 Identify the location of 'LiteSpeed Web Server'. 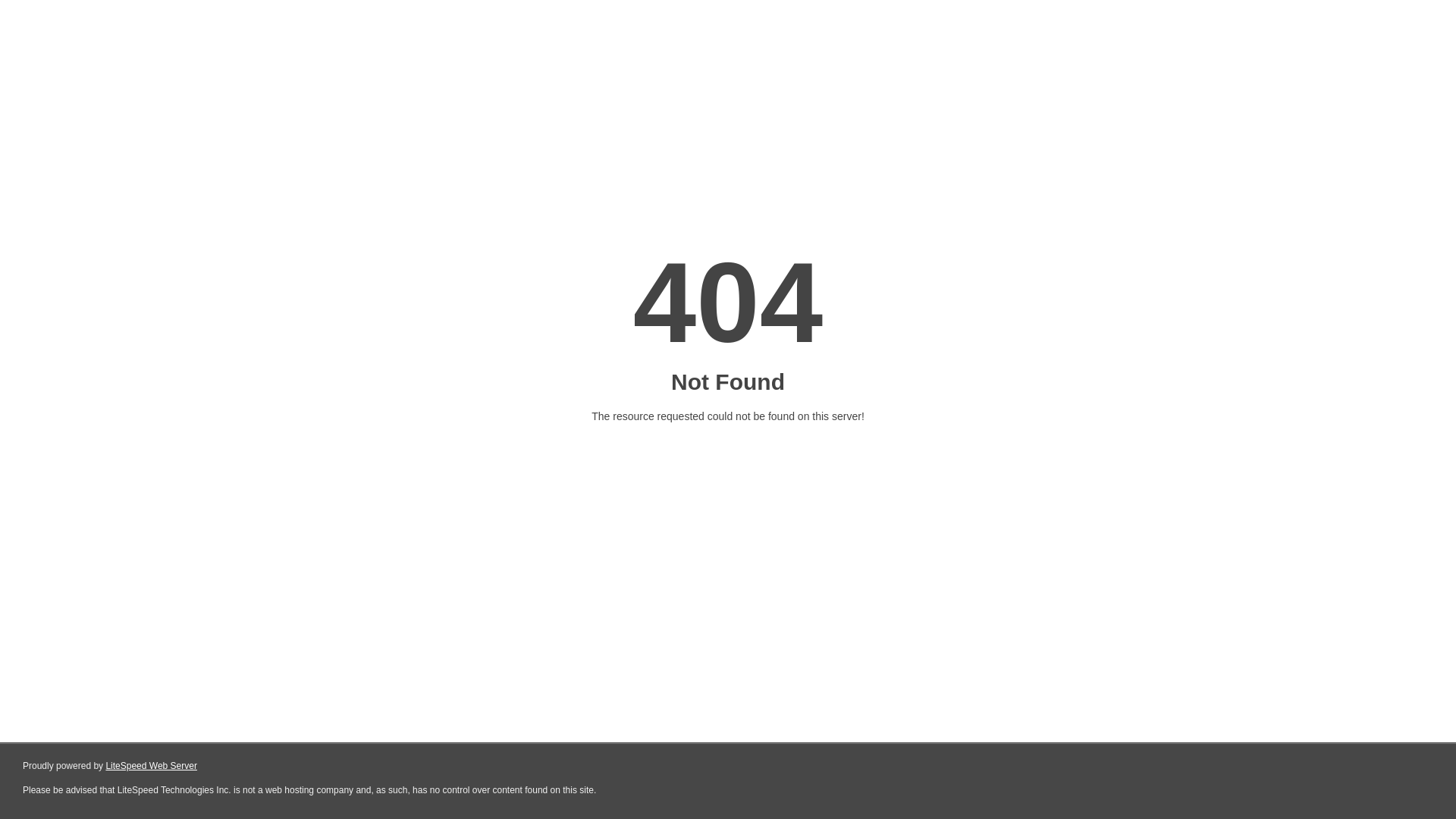
(151, 766).